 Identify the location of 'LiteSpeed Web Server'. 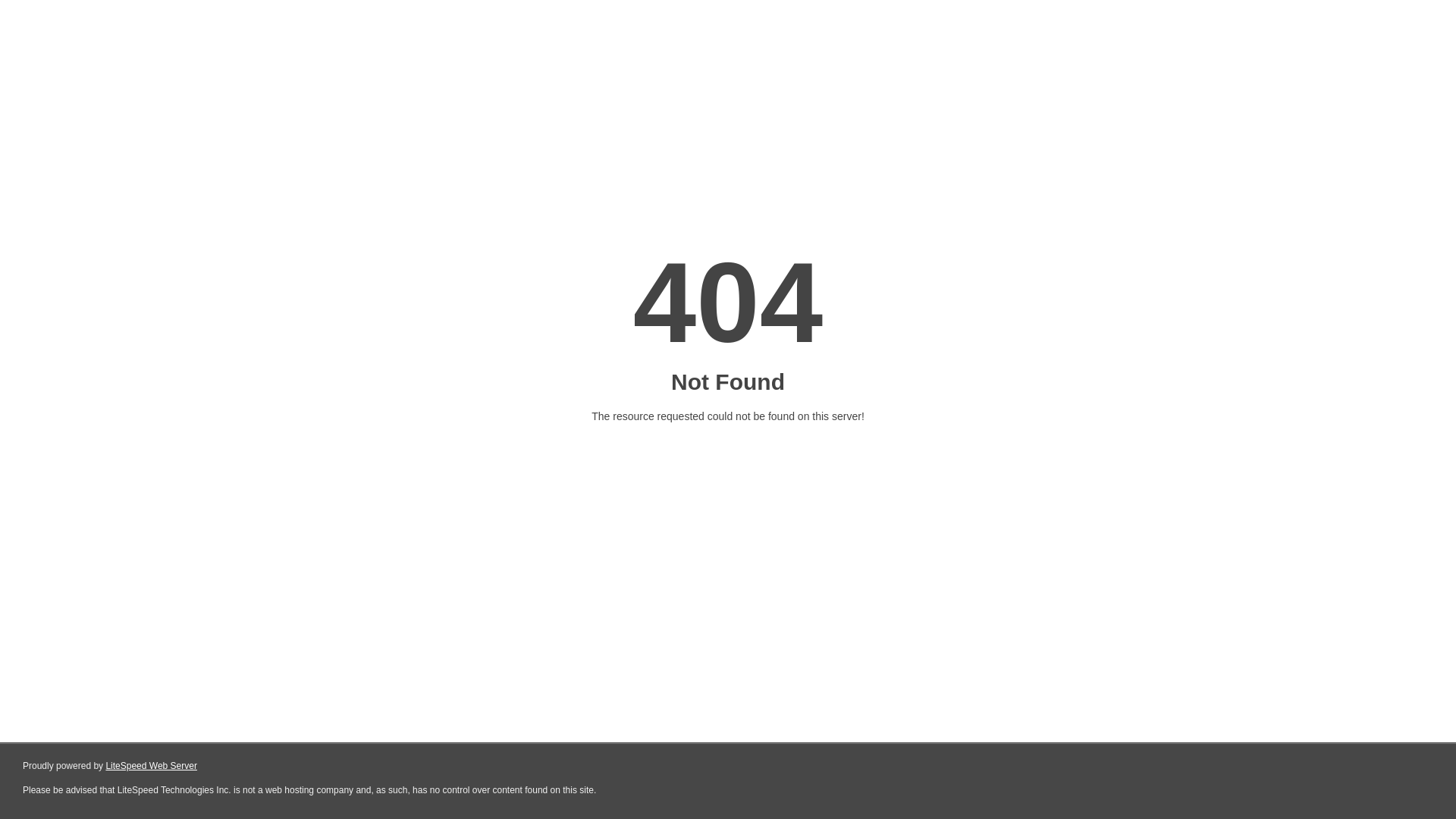
(151, 766).